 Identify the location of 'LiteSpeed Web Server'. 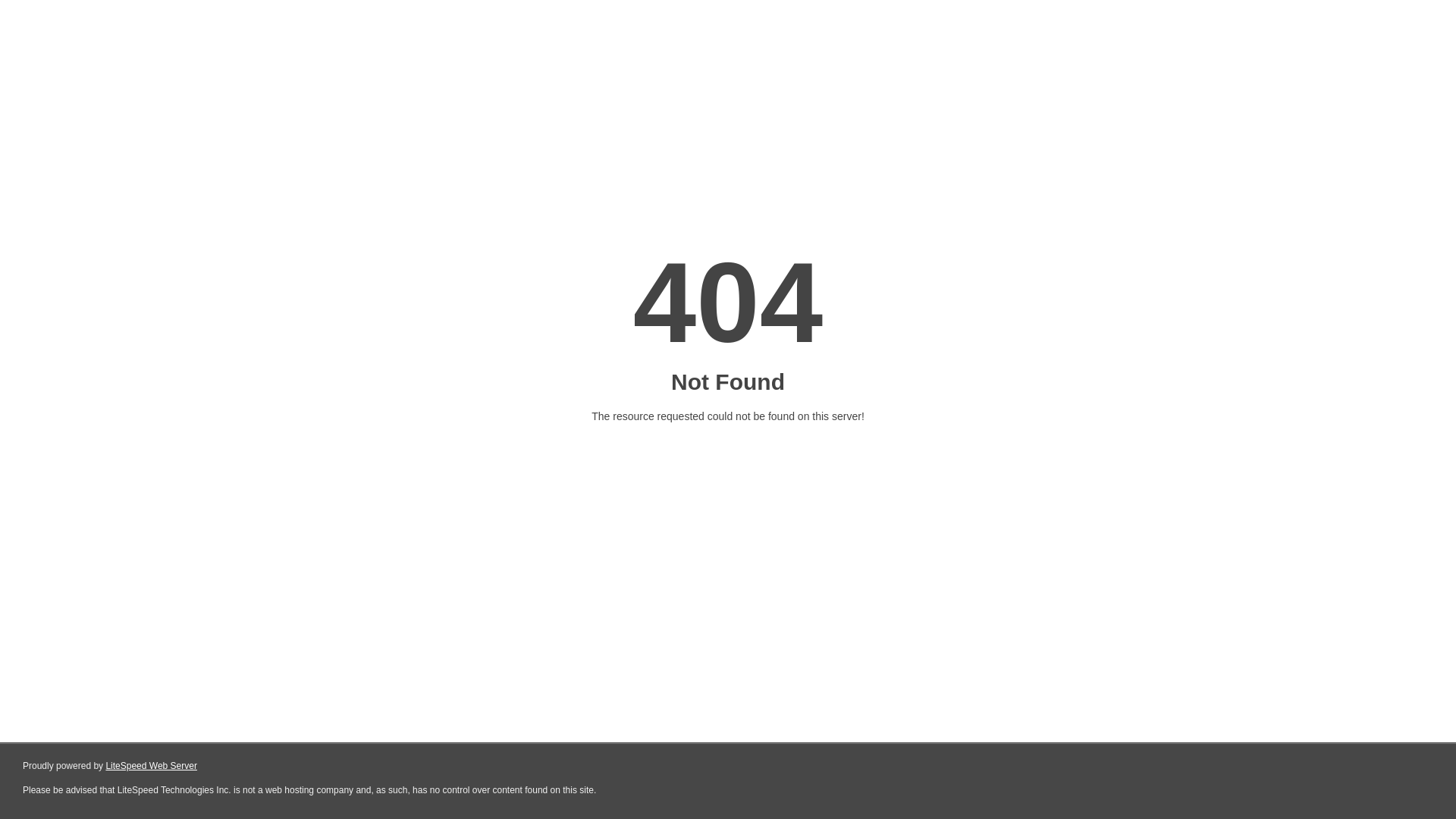
(151, 766).